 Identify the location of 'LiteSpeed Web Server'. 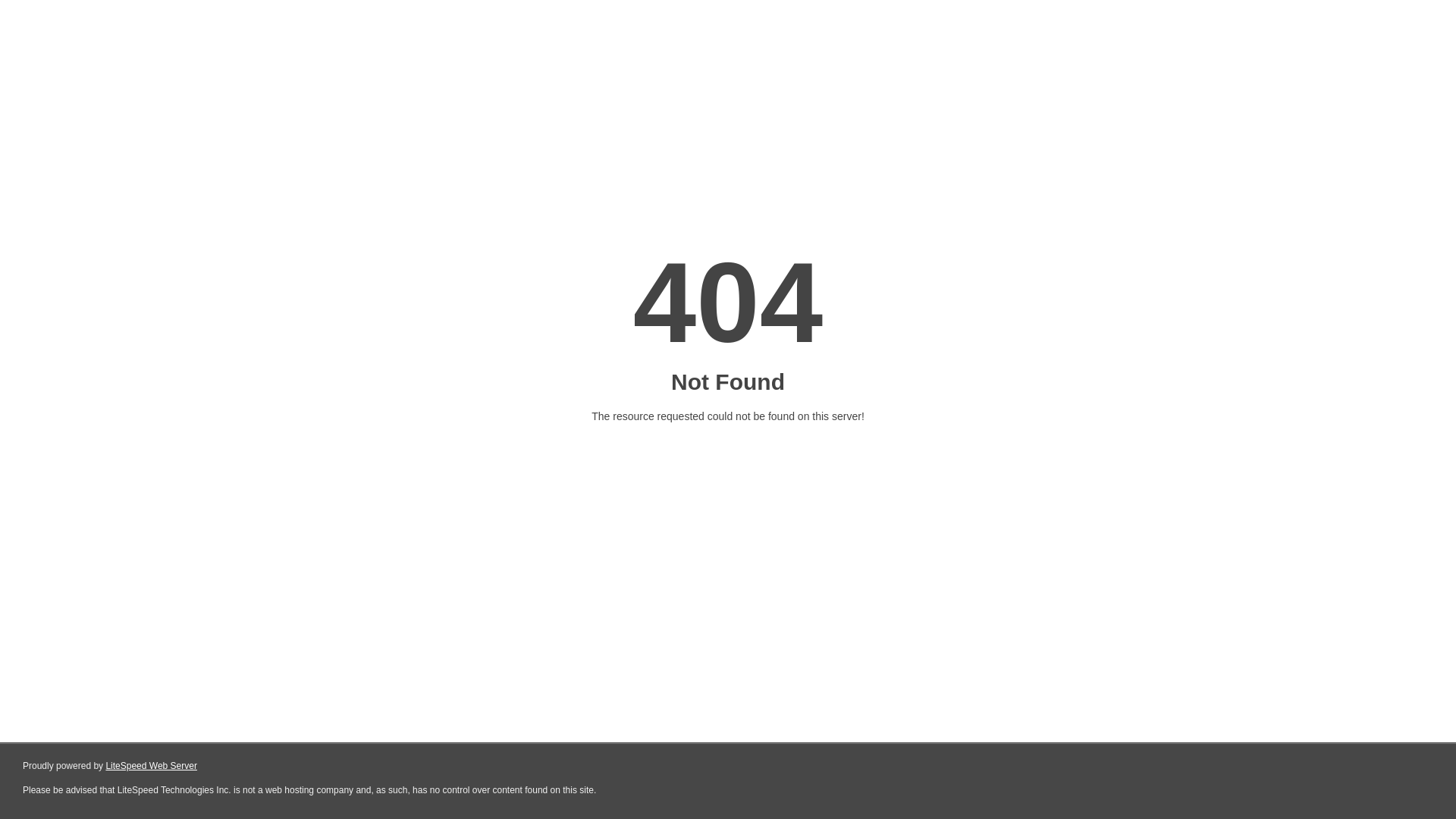
(151, 766).